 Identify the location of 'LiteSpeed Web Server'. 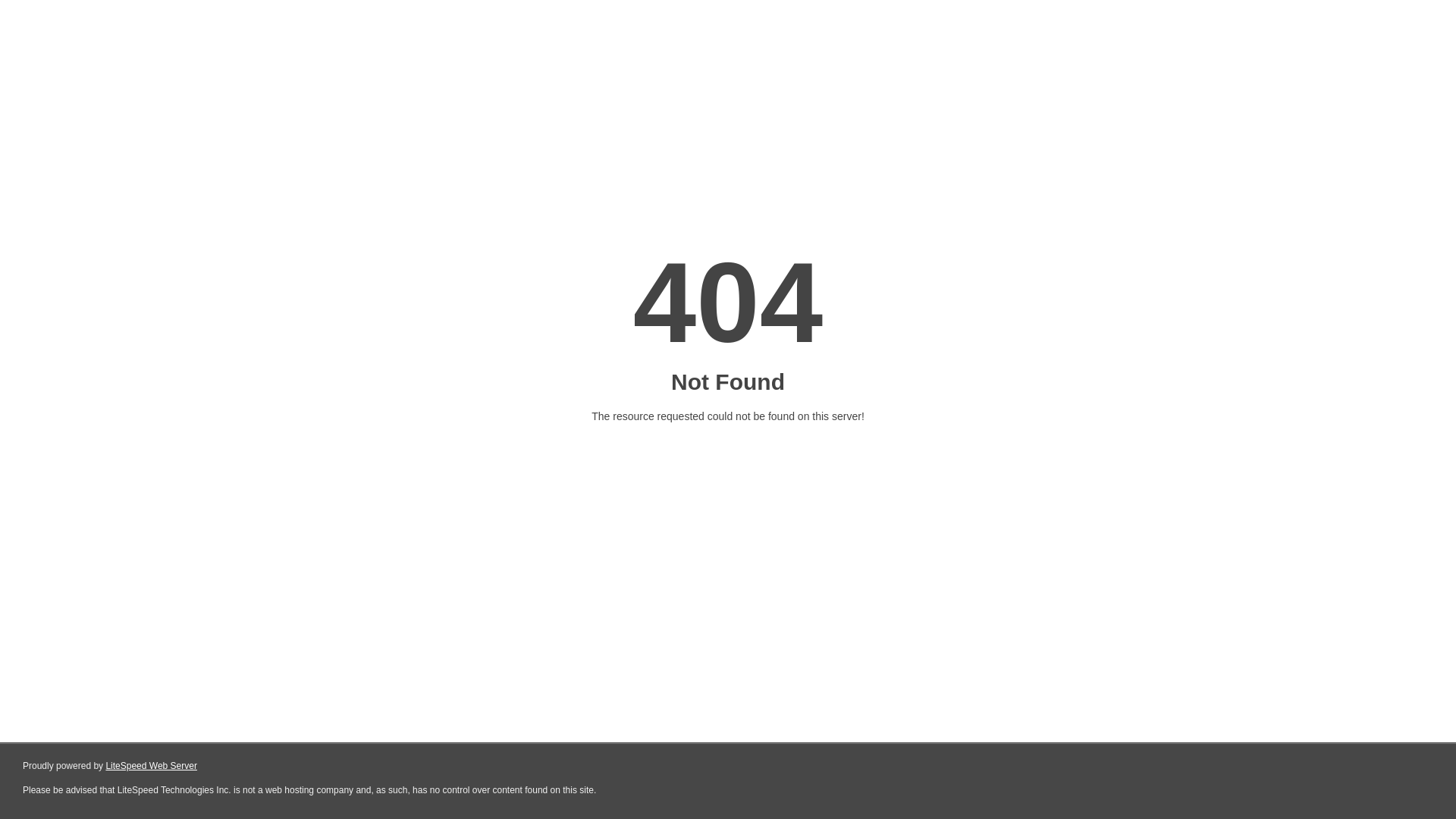
(151, 766).